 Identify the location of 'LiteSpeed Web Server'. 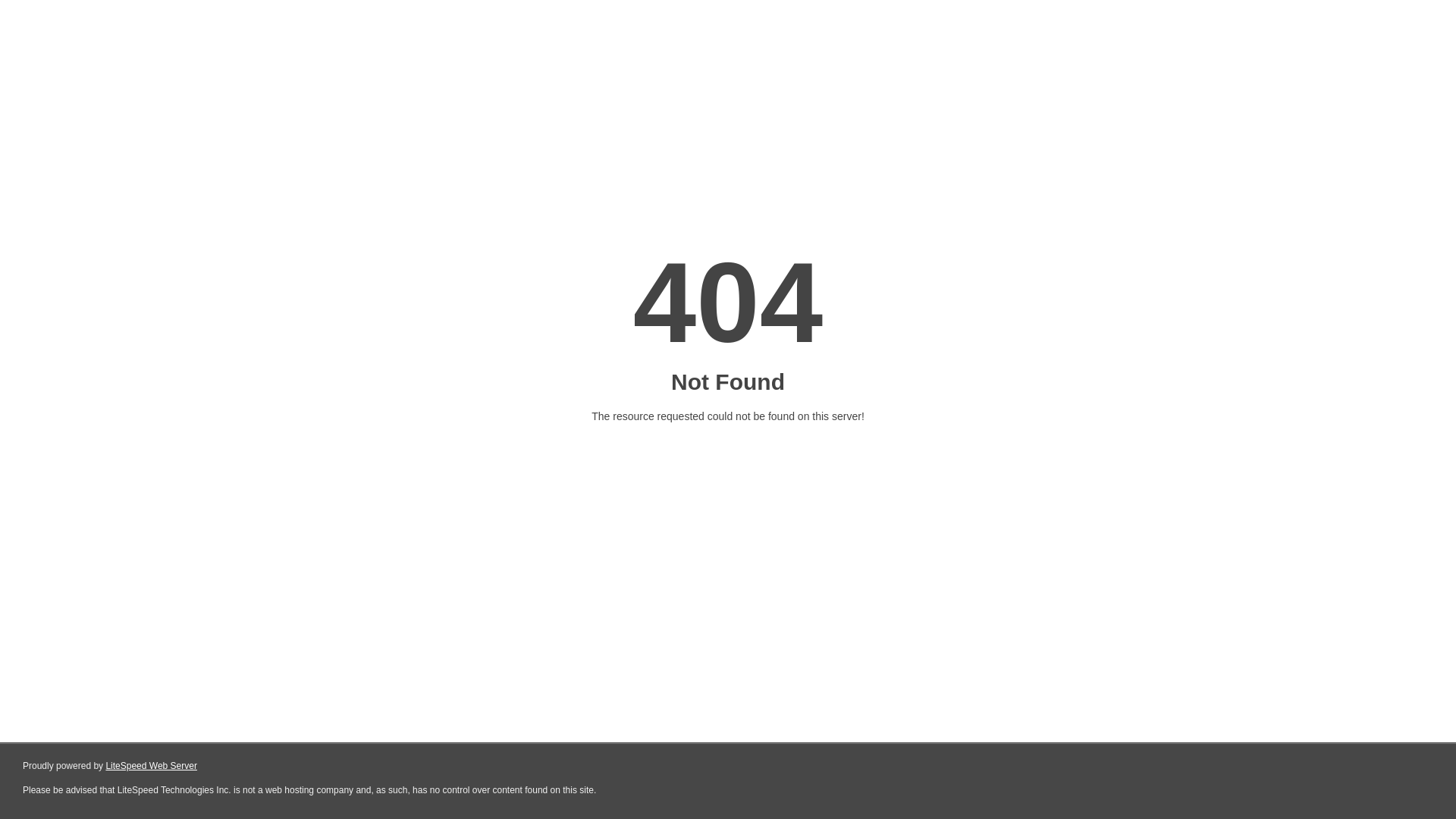
(151, 766).